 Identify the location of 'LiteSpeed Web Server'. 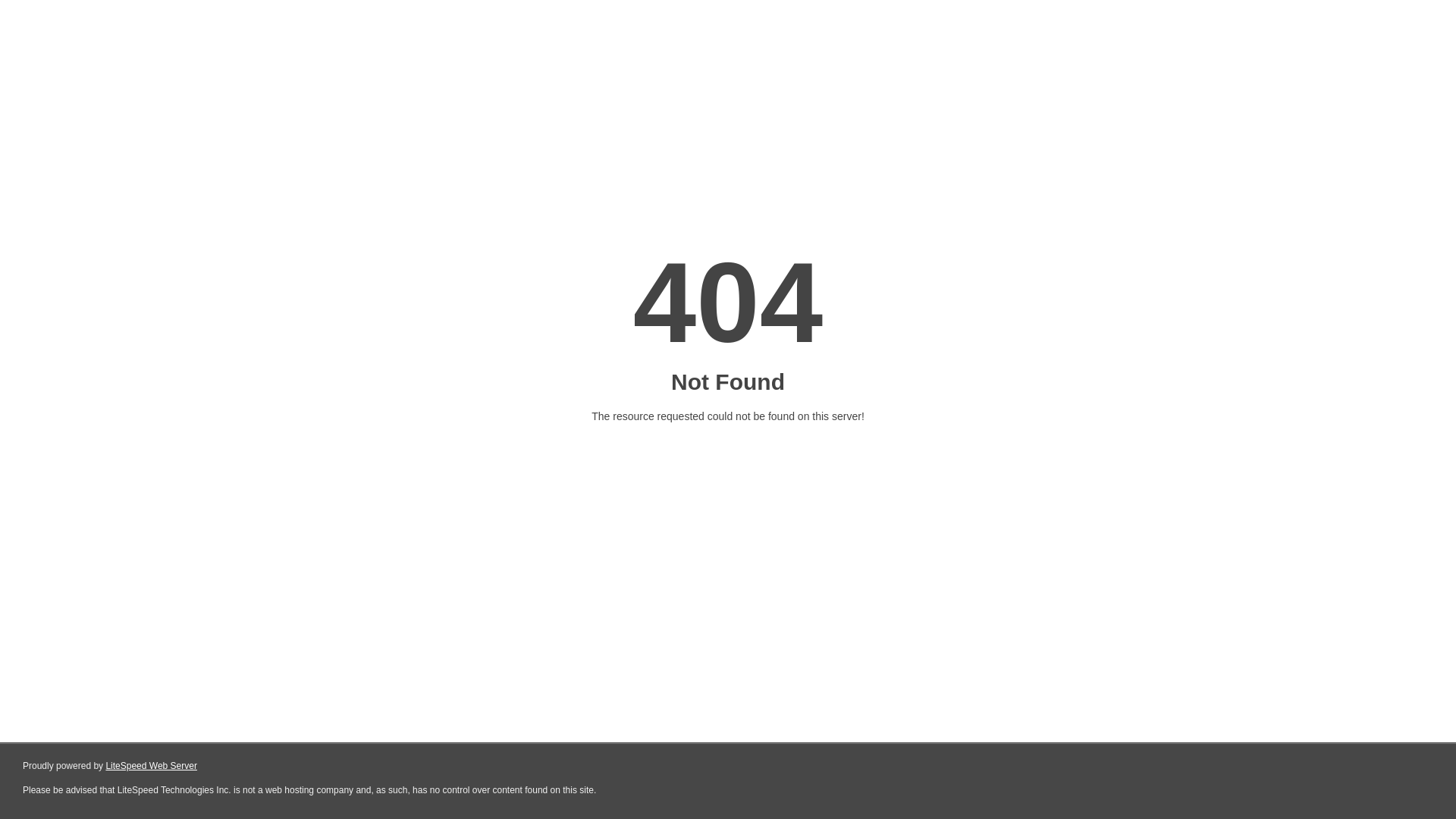
(151, 766).